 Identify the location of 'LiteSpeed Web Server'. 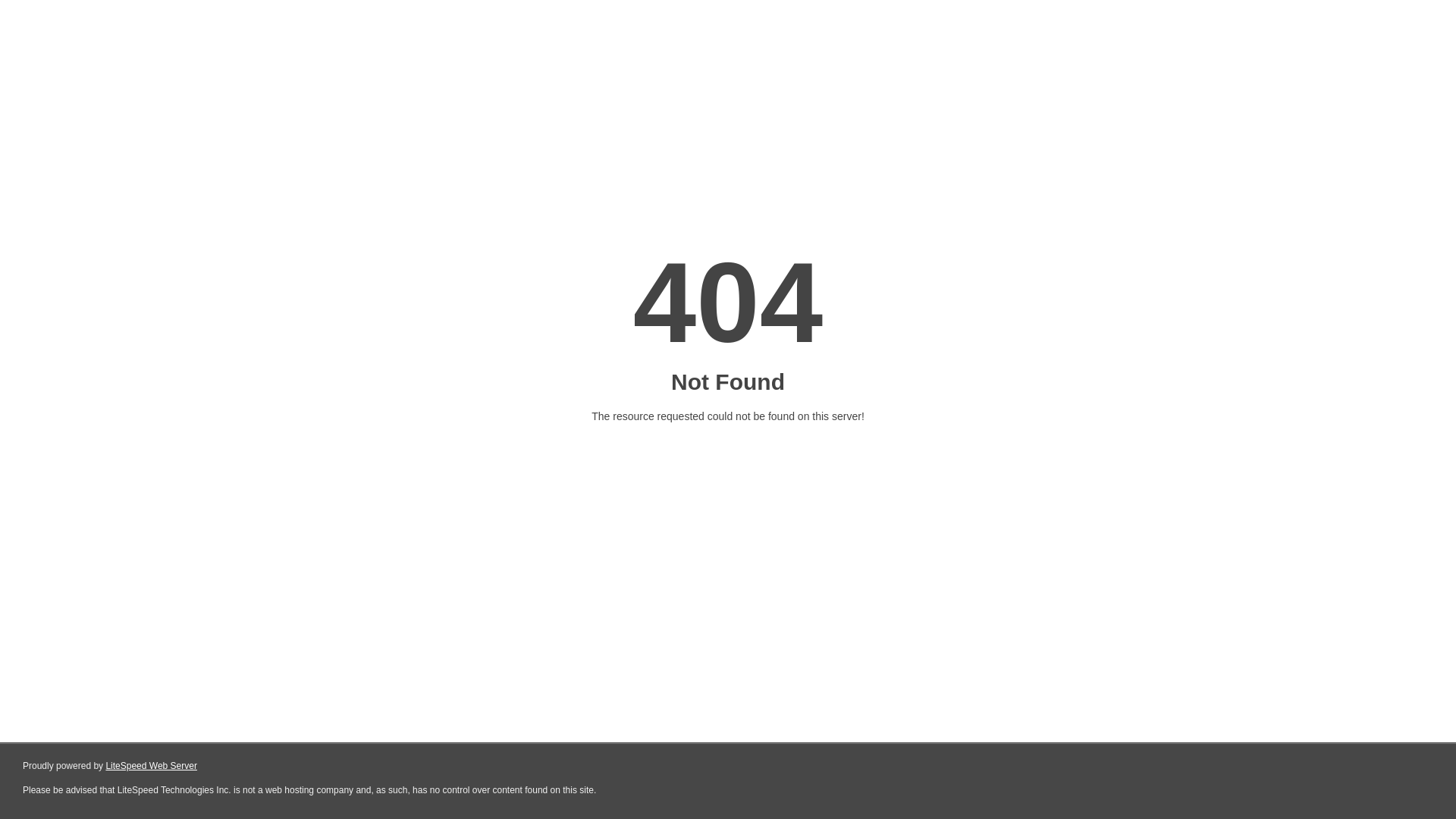
(151, 766).